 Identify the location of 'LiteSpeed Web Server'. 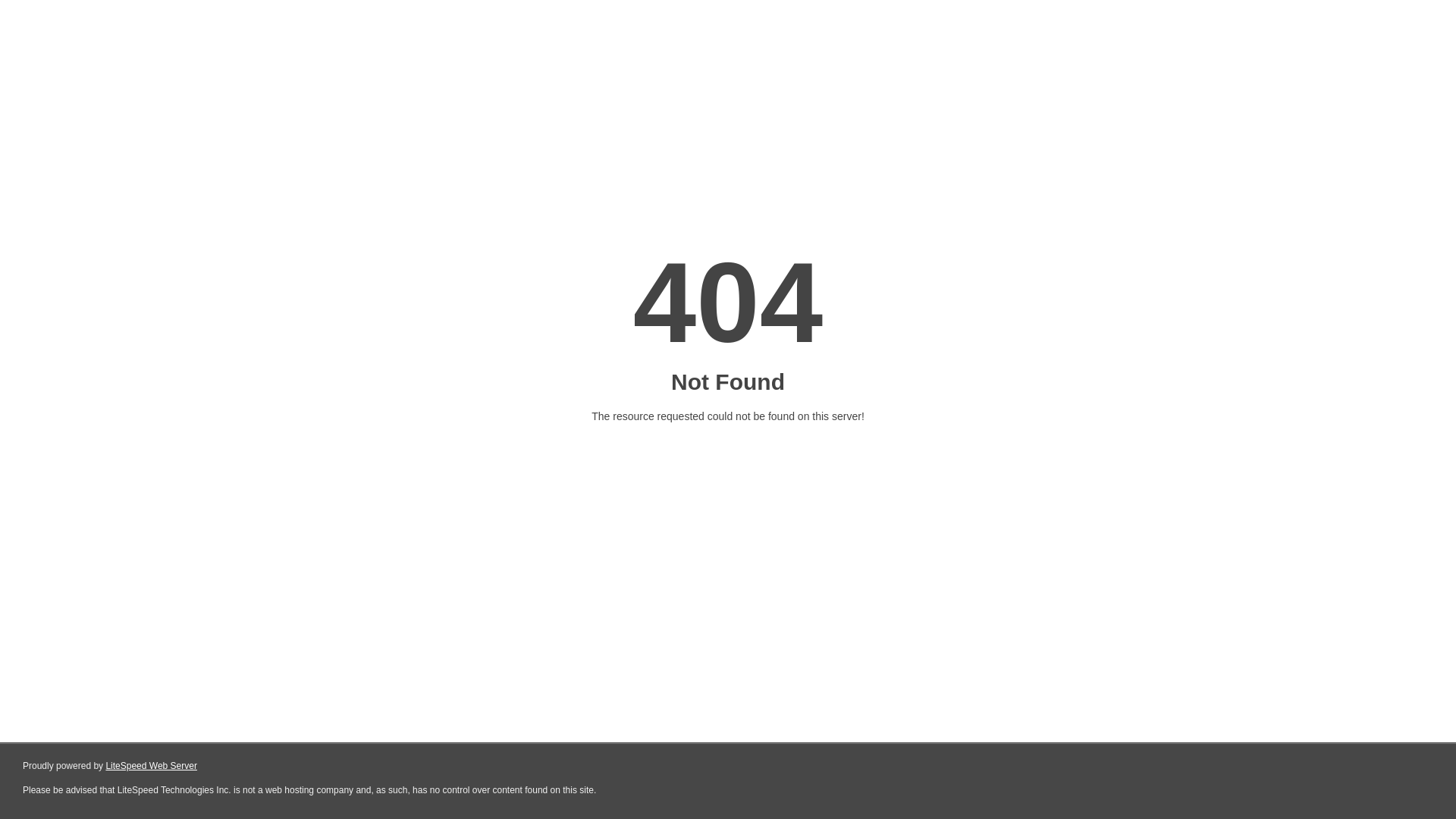
(151, 766).